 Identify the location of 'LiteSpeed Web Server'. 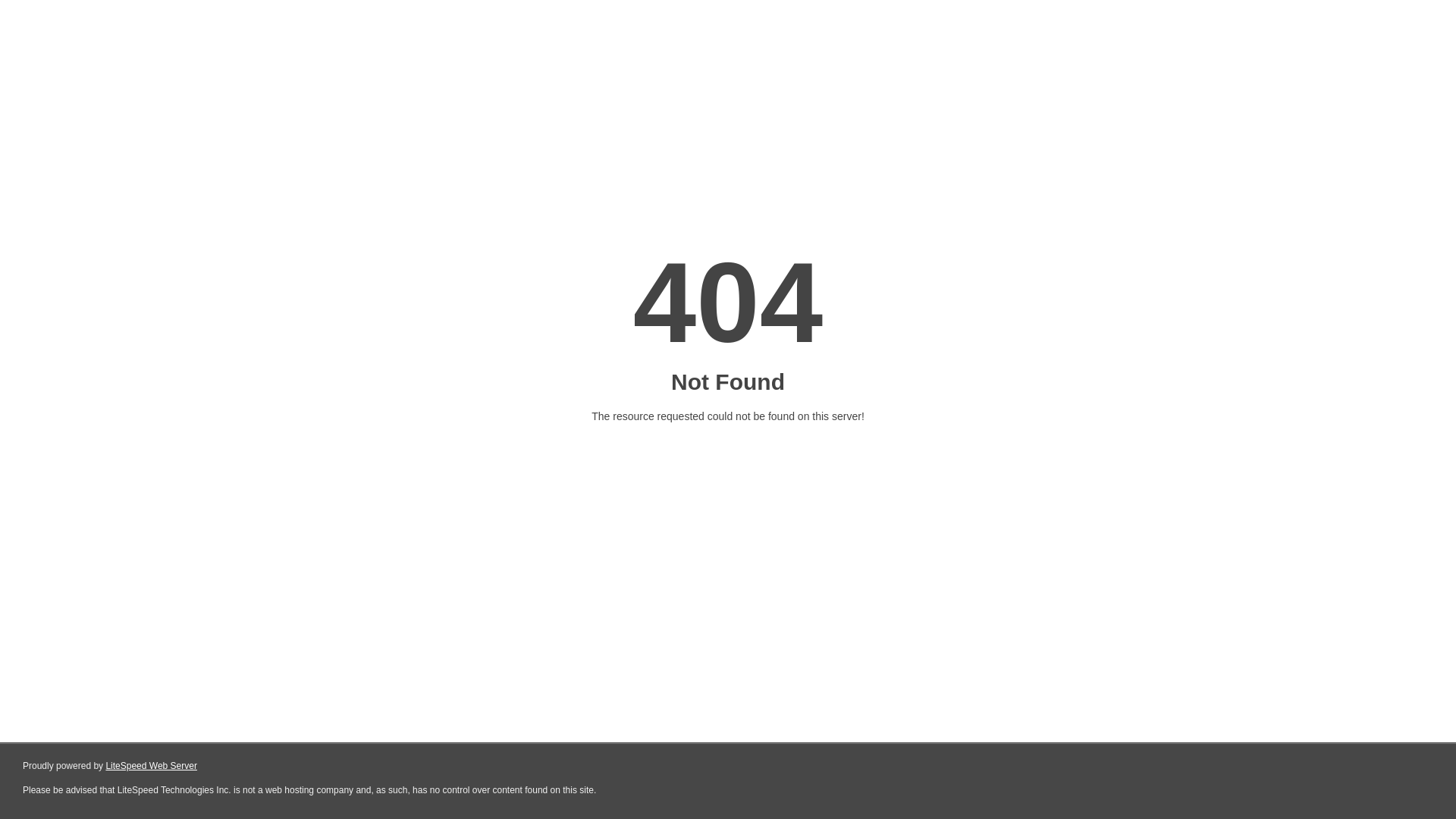
(151, 766).